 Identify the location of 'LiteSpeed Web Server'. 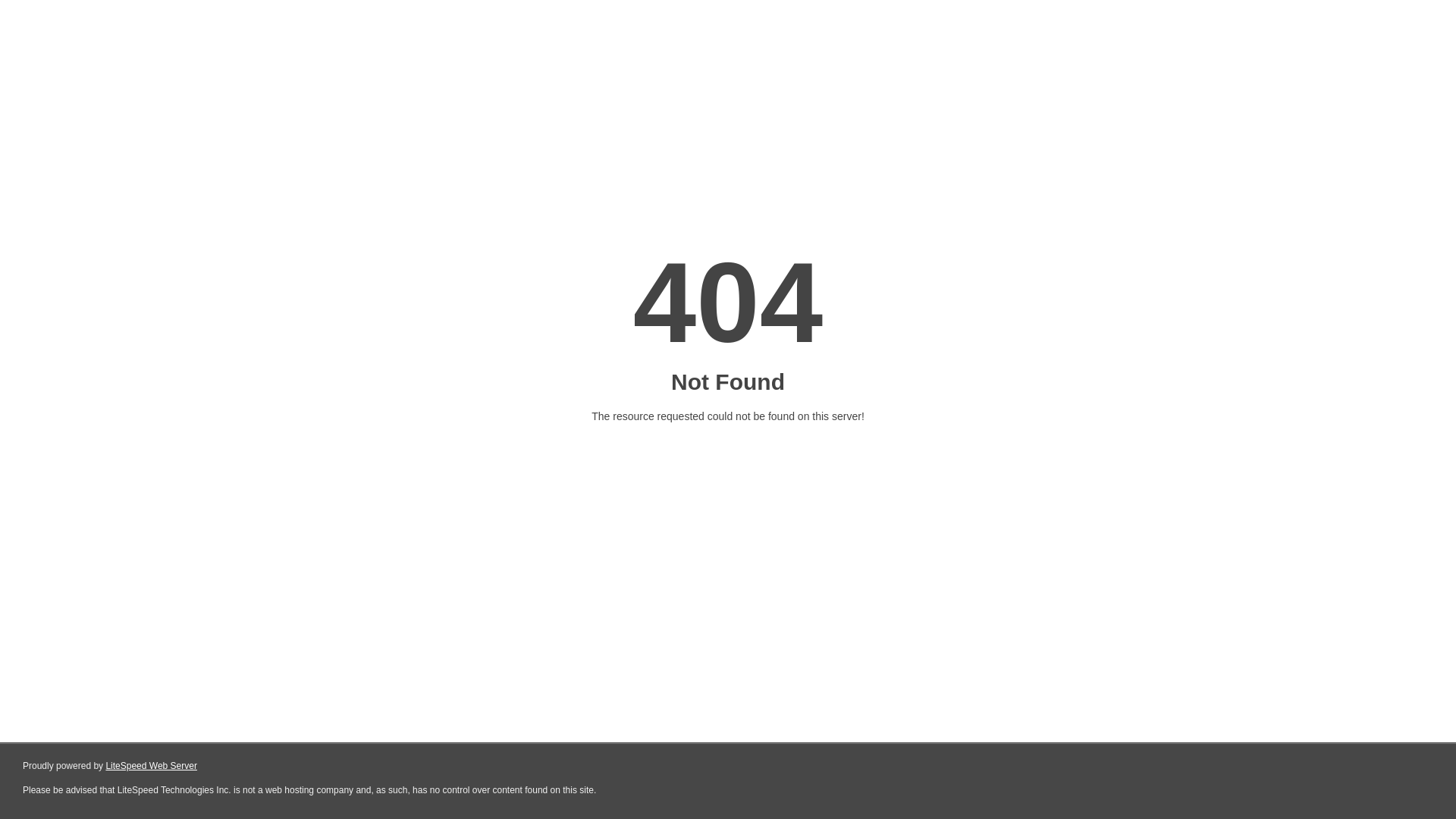
(151, 766).